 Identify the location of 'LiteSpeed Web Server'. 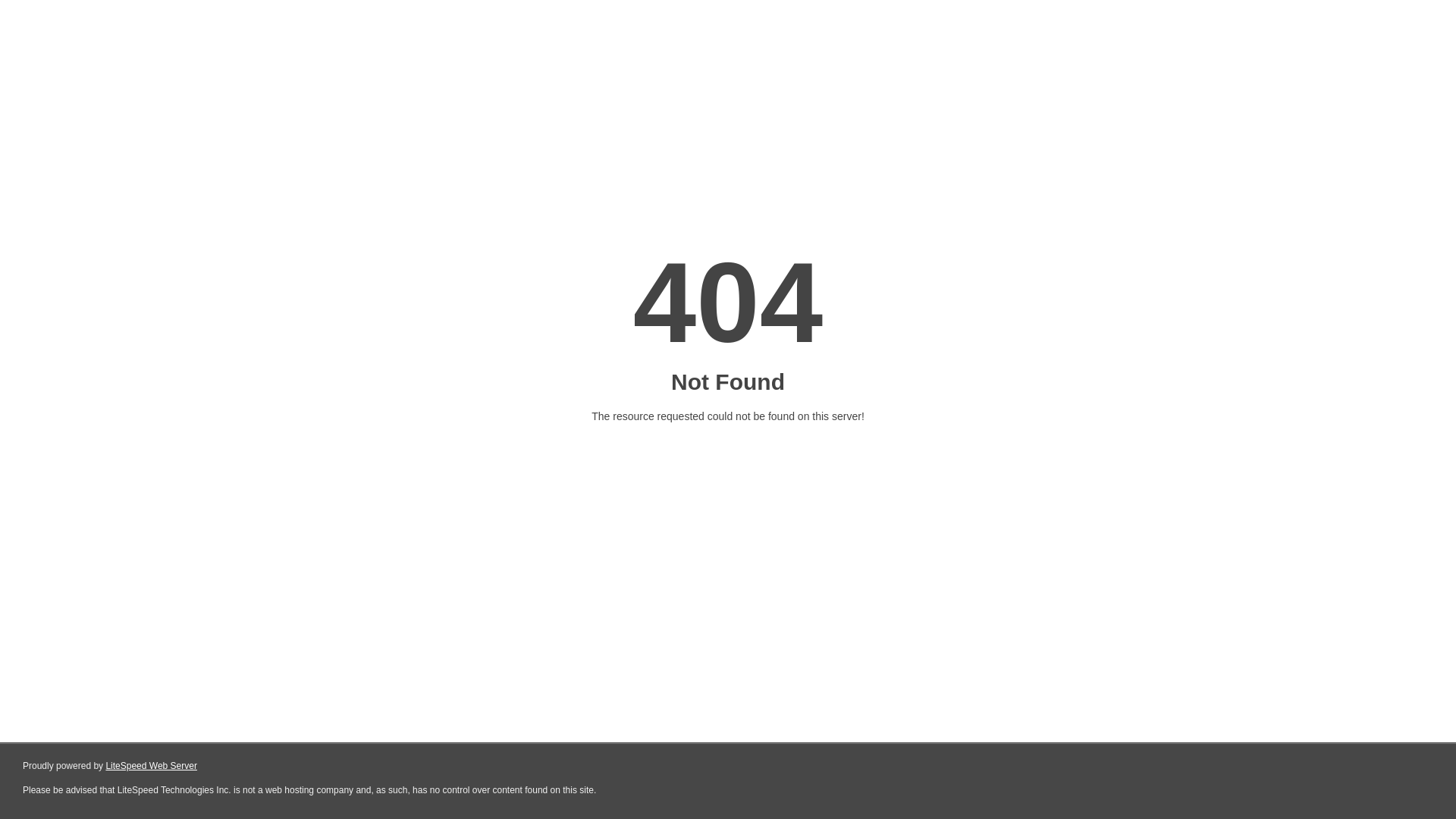
(151, 766).